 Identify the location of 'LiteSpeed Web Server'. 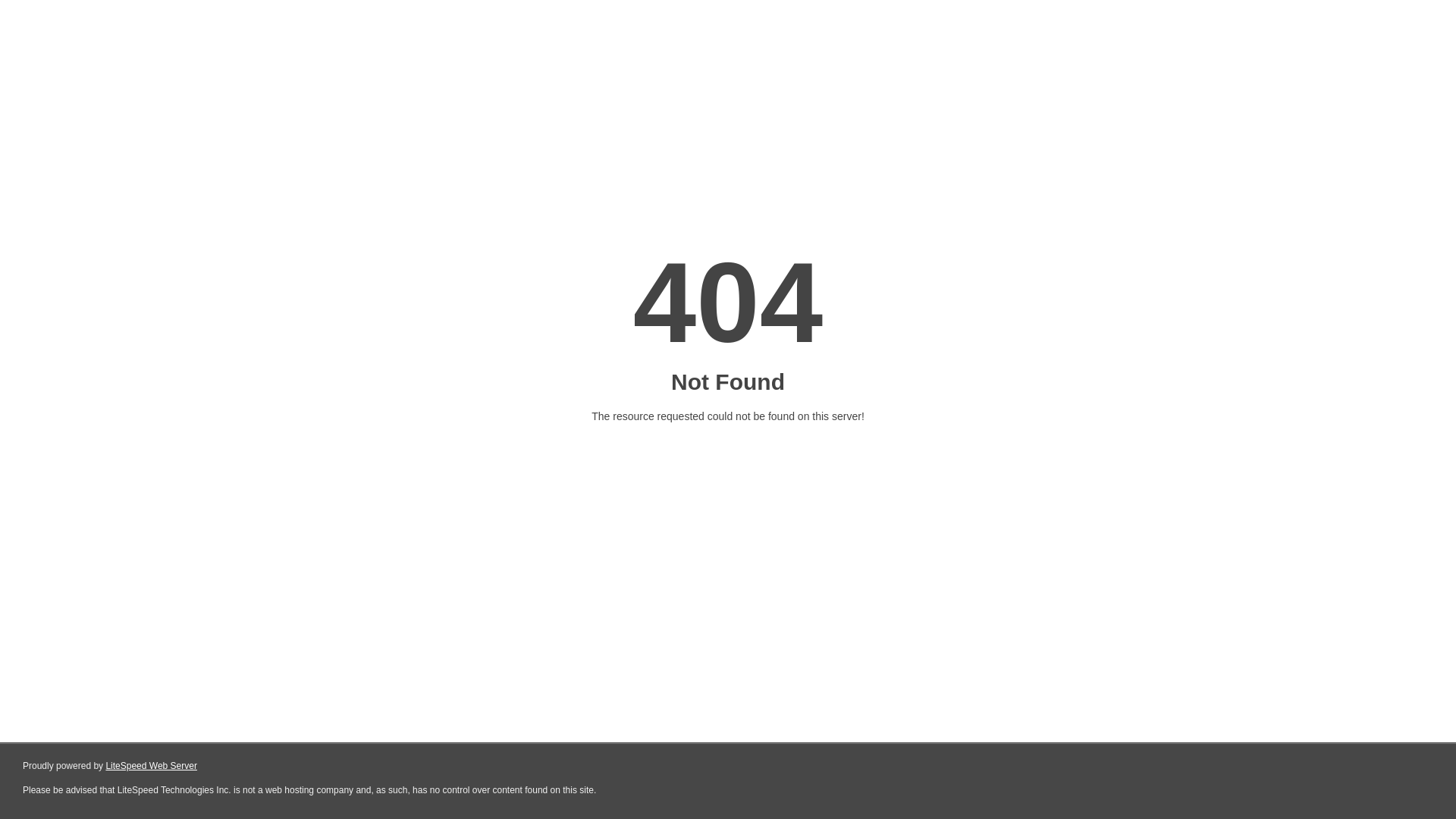
(151, 766).